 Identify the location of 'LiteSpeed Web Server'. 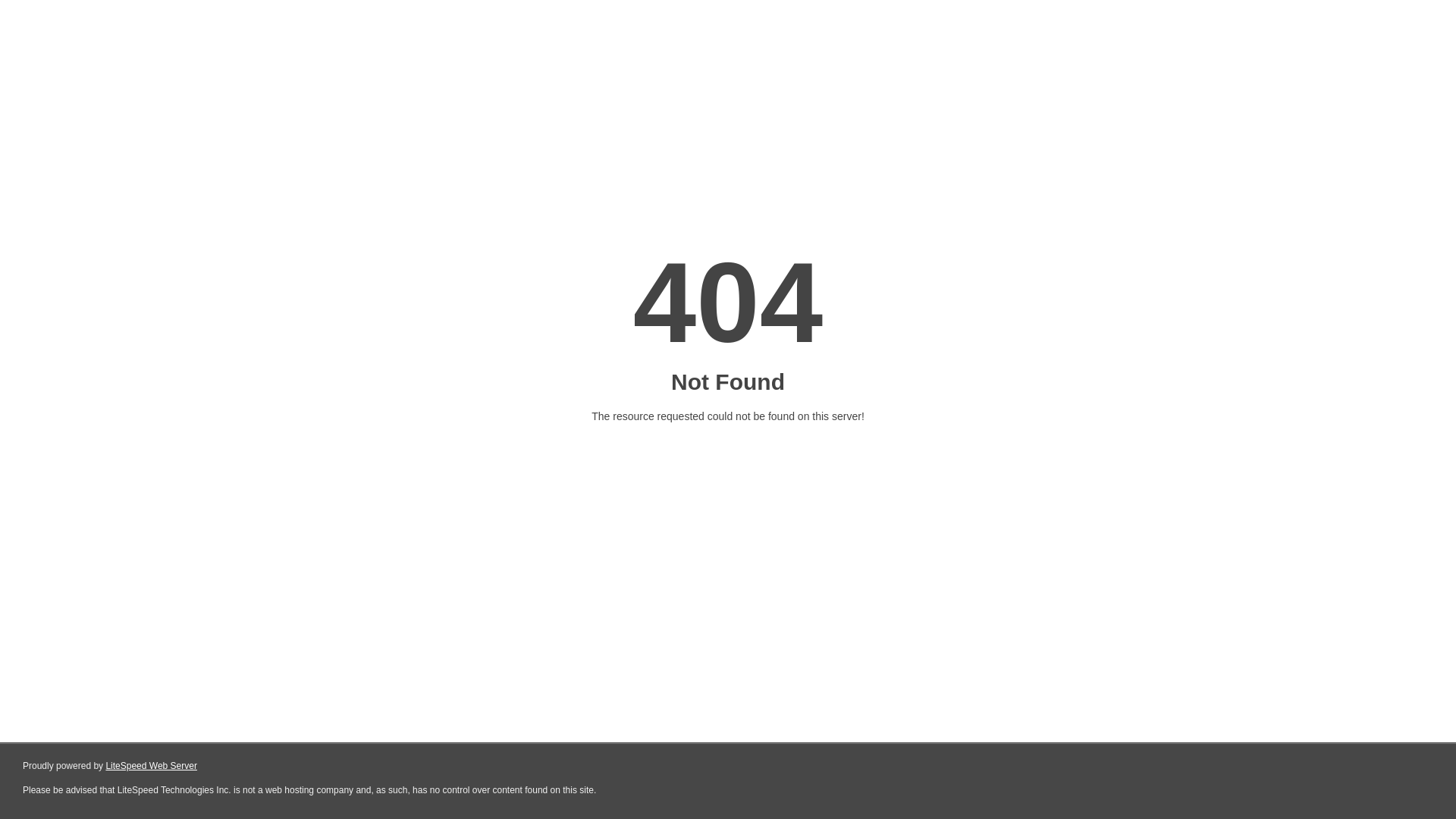
(151, 766).